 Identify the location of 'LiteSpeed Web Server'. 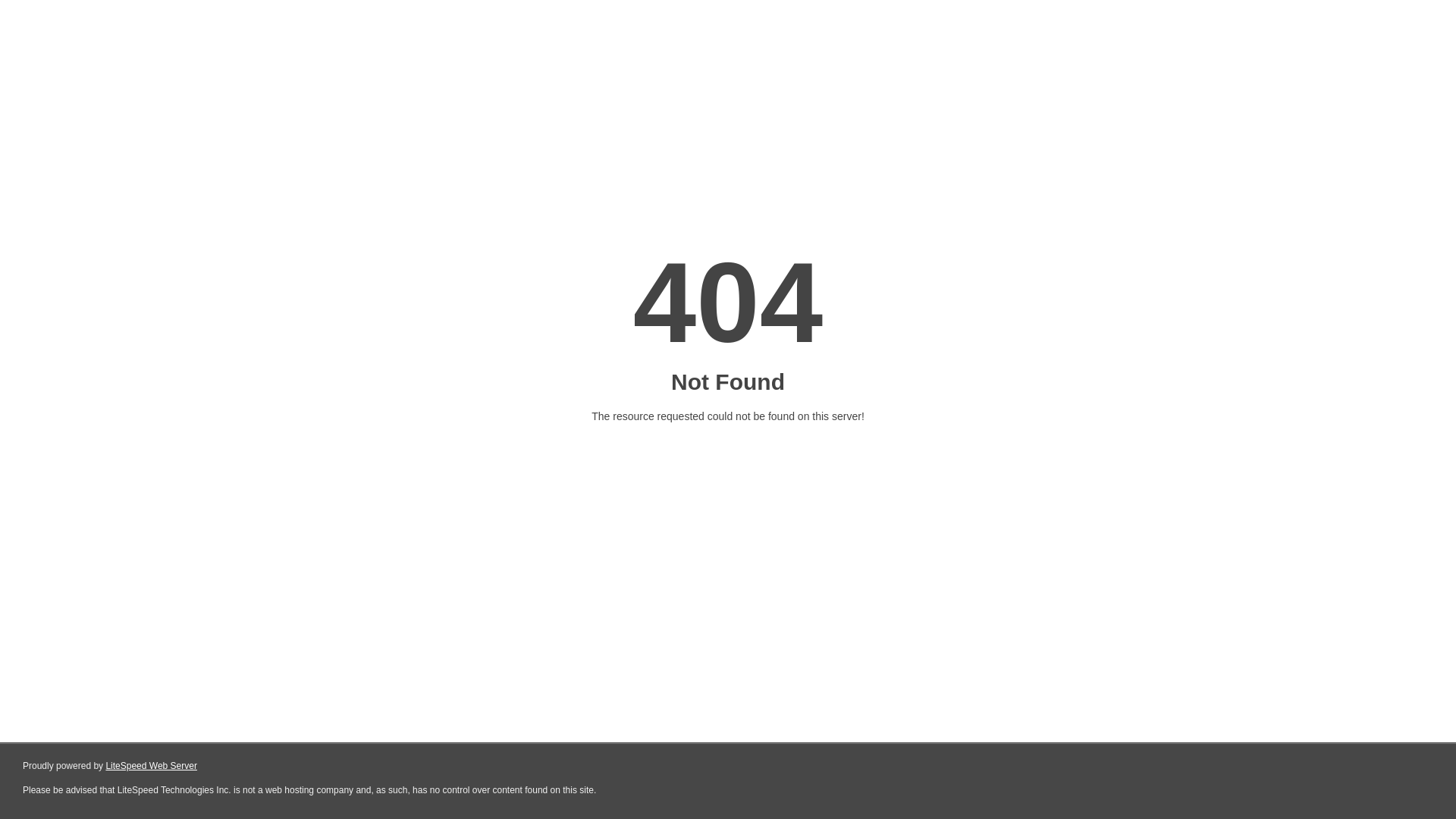
(151, 766).